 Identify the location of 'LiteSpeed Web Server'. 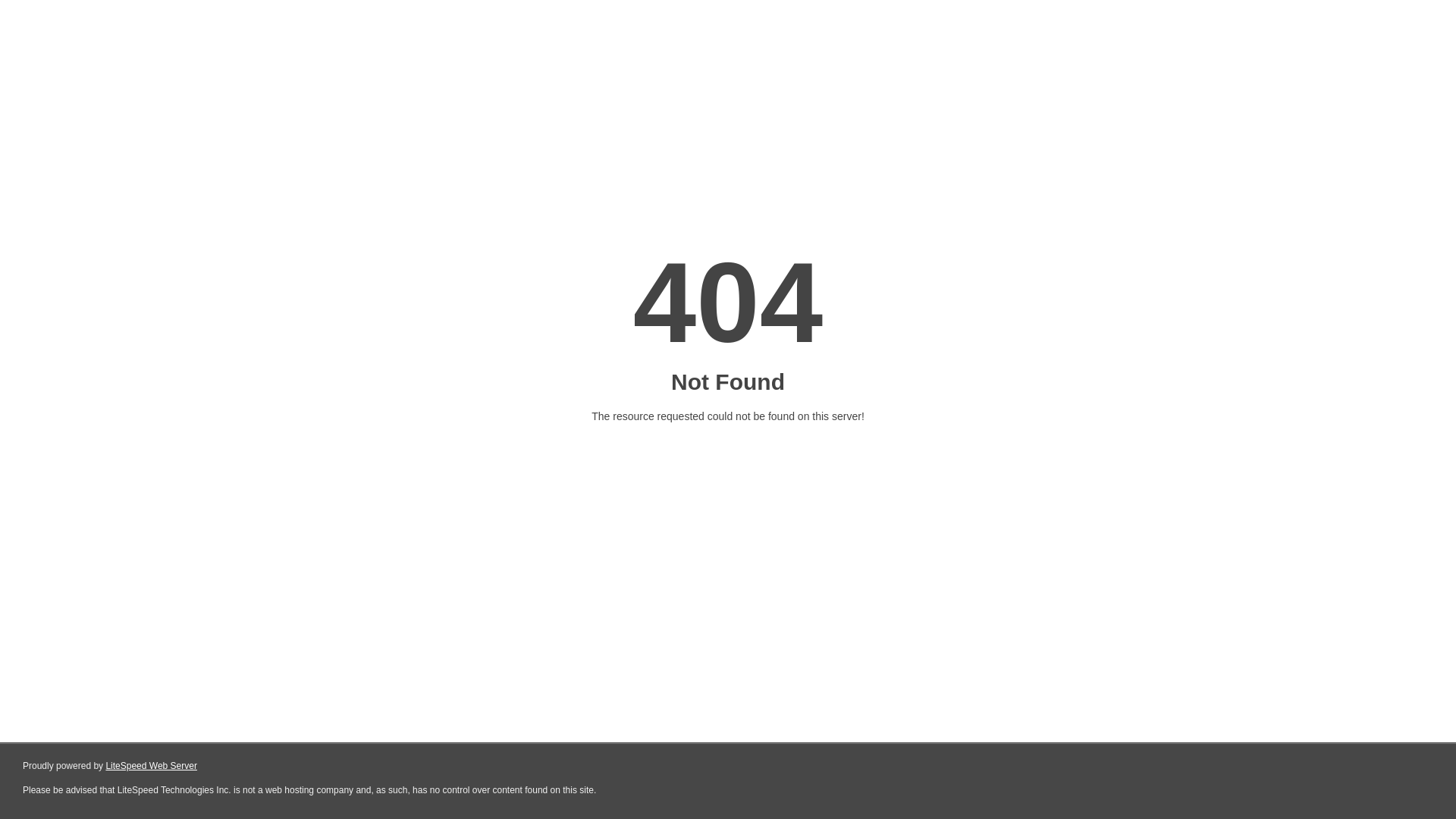
(151, 766).